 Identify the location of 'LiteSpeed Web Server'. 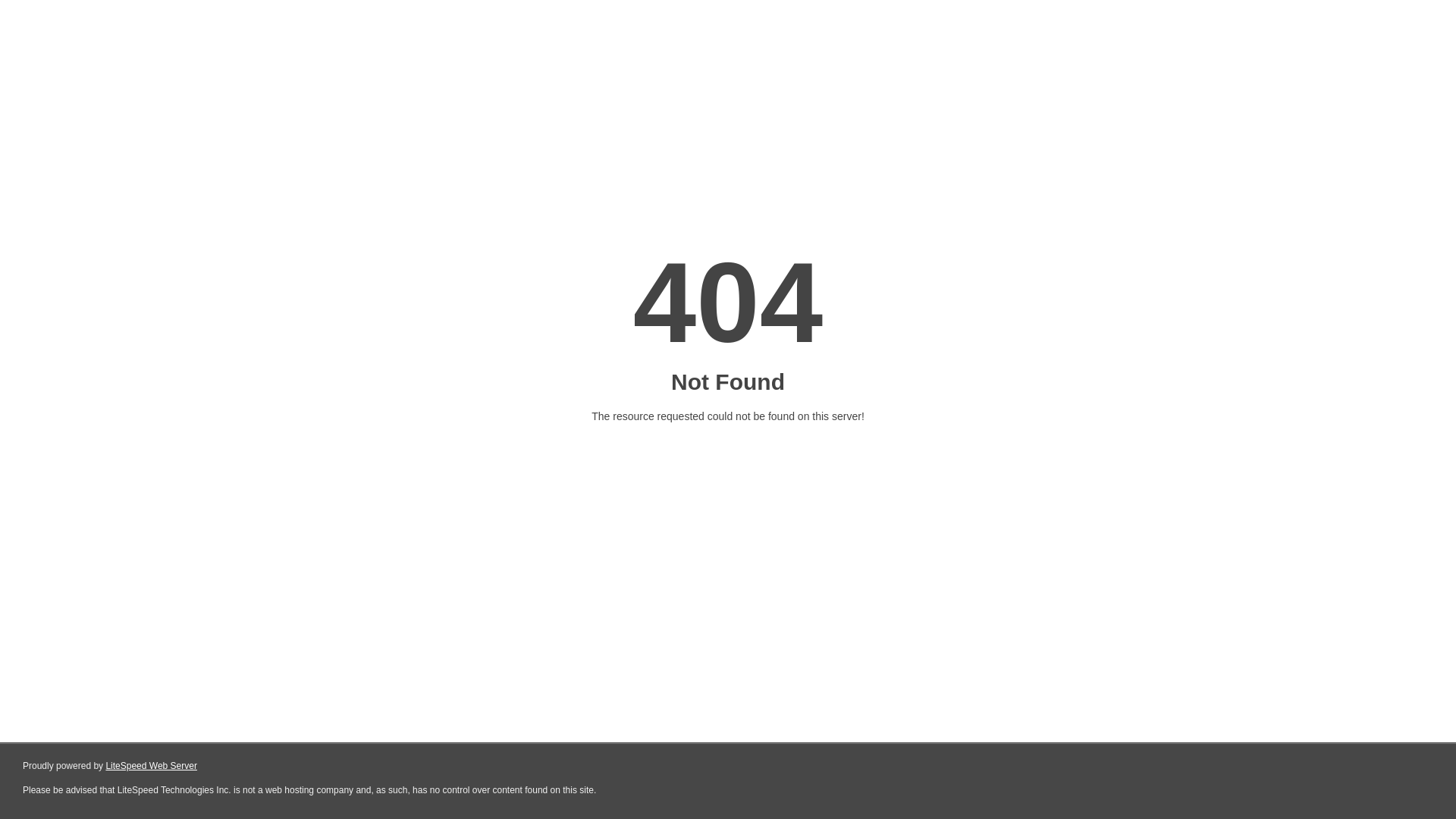
(151, 766).